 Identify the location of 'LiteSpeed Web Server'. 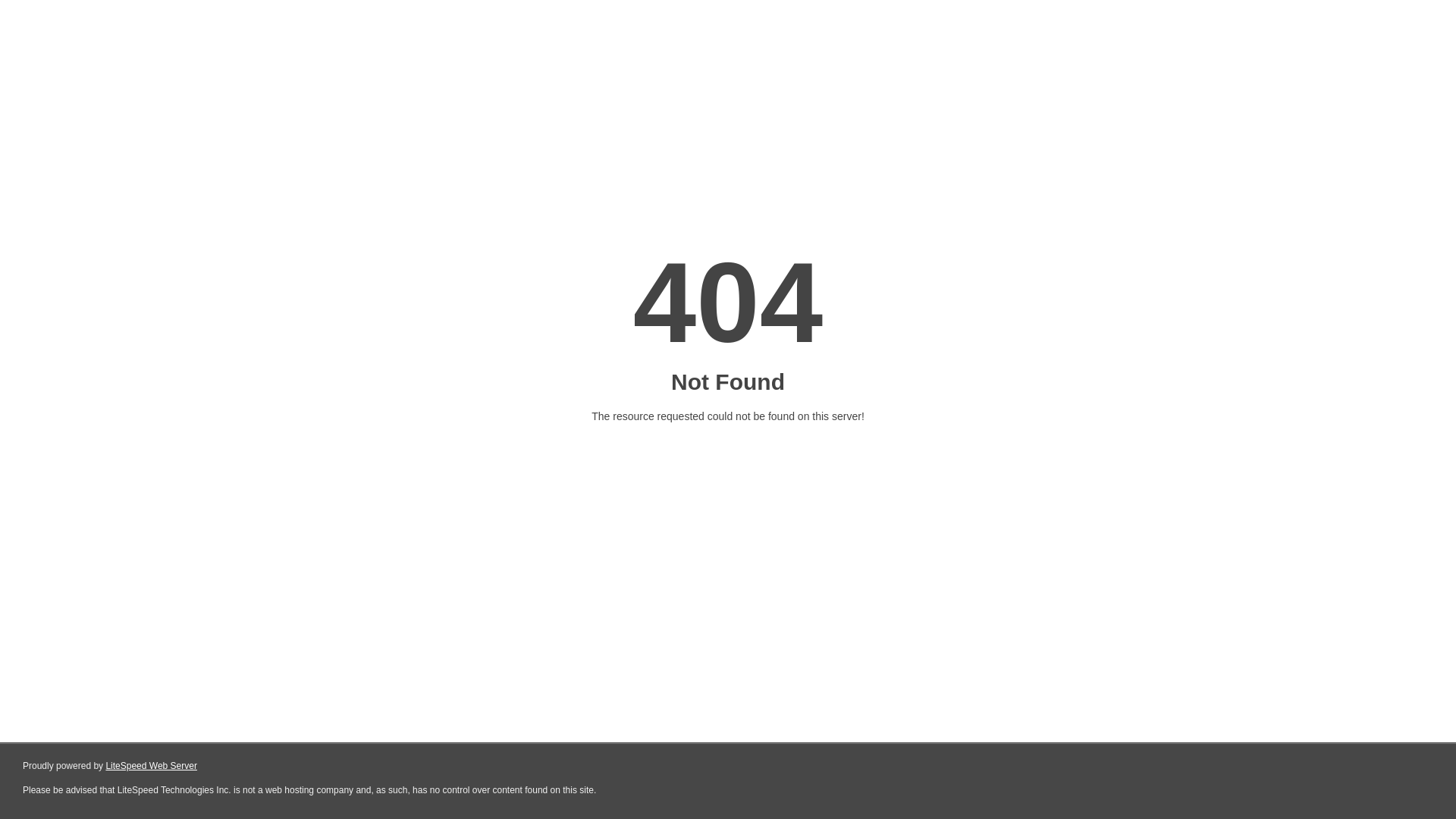
(151, 766).